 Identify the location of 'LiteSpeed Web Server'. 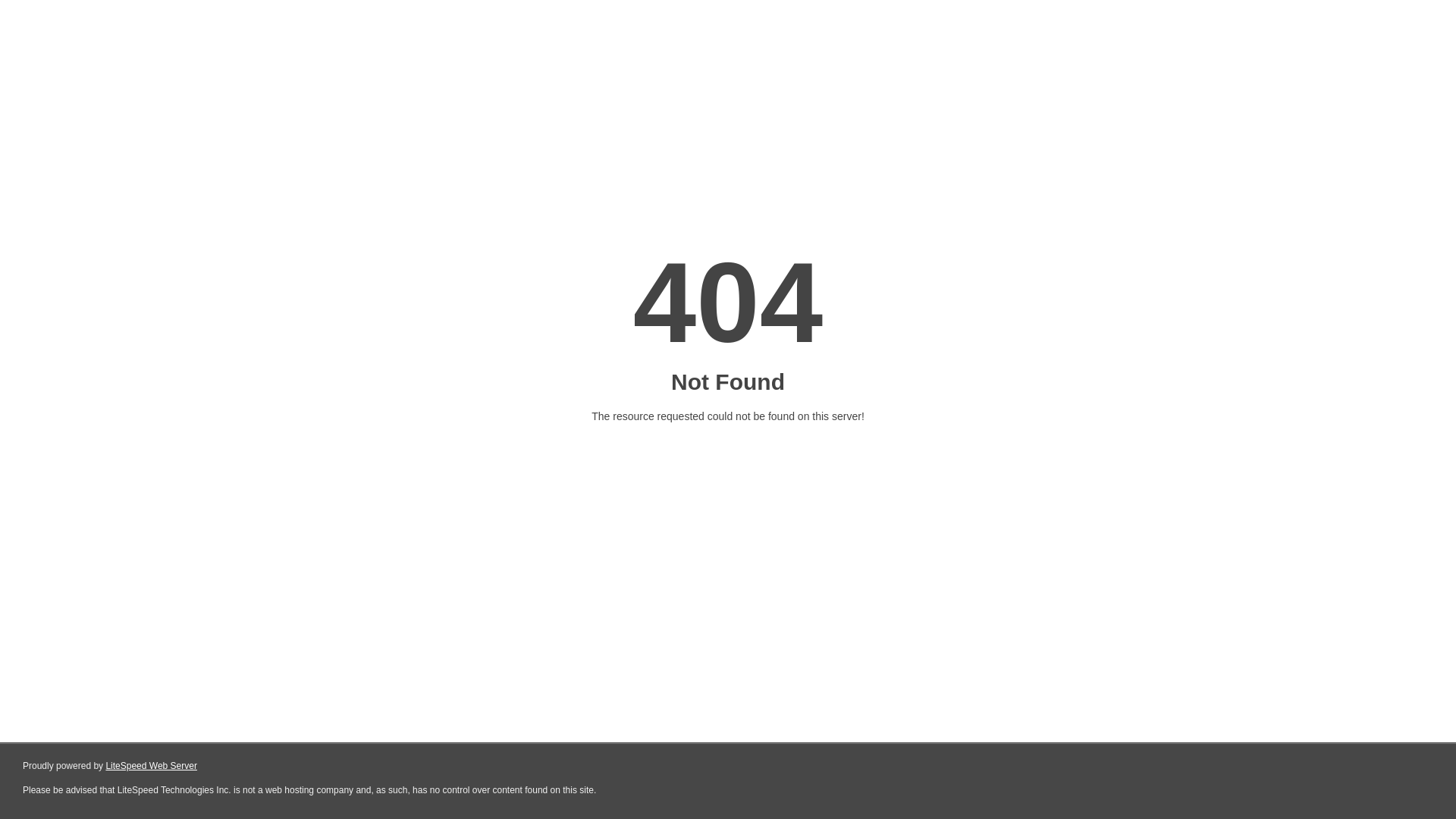
(151, 766).